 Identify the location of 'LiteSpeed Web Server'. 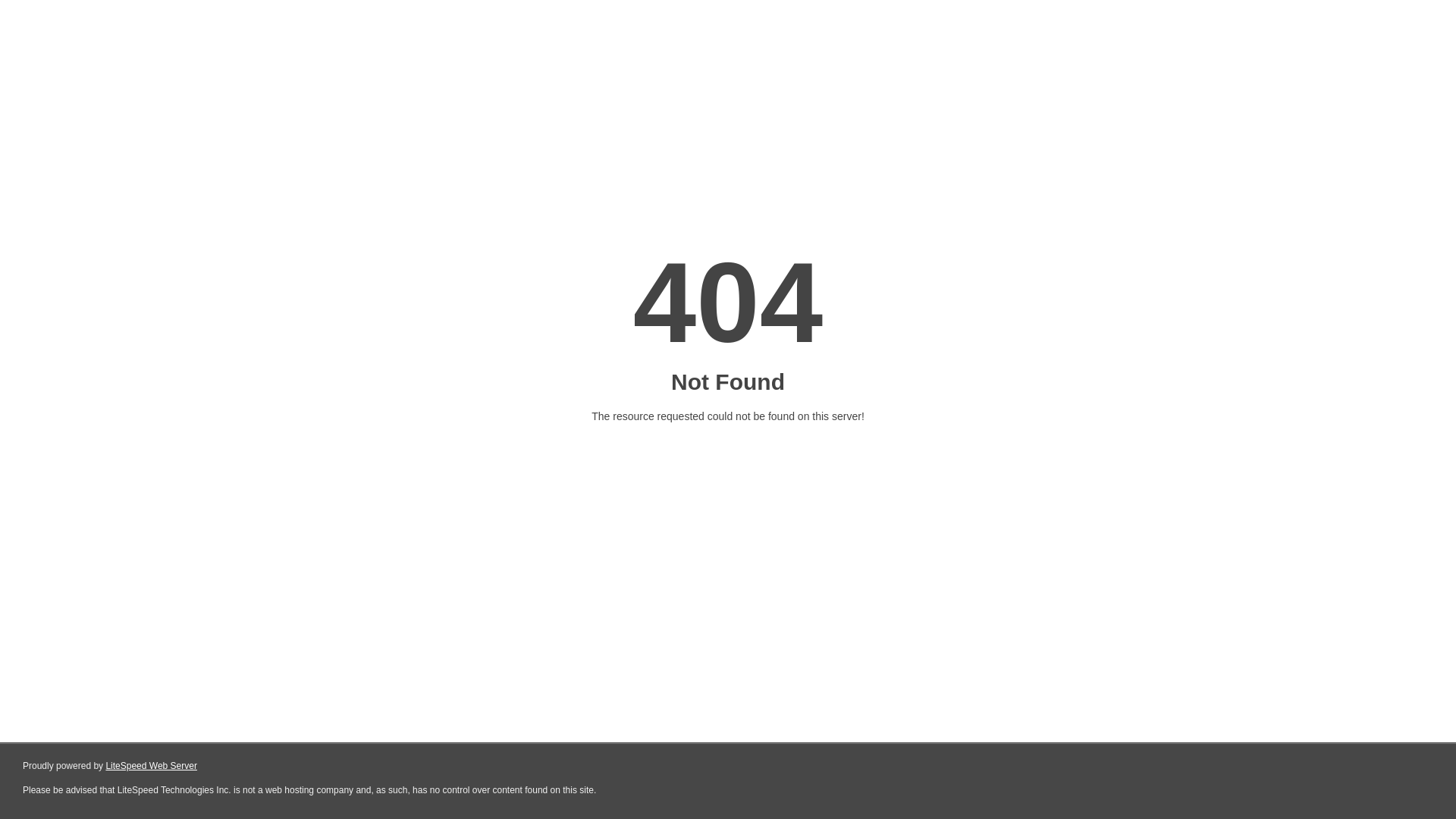
(151, 766).